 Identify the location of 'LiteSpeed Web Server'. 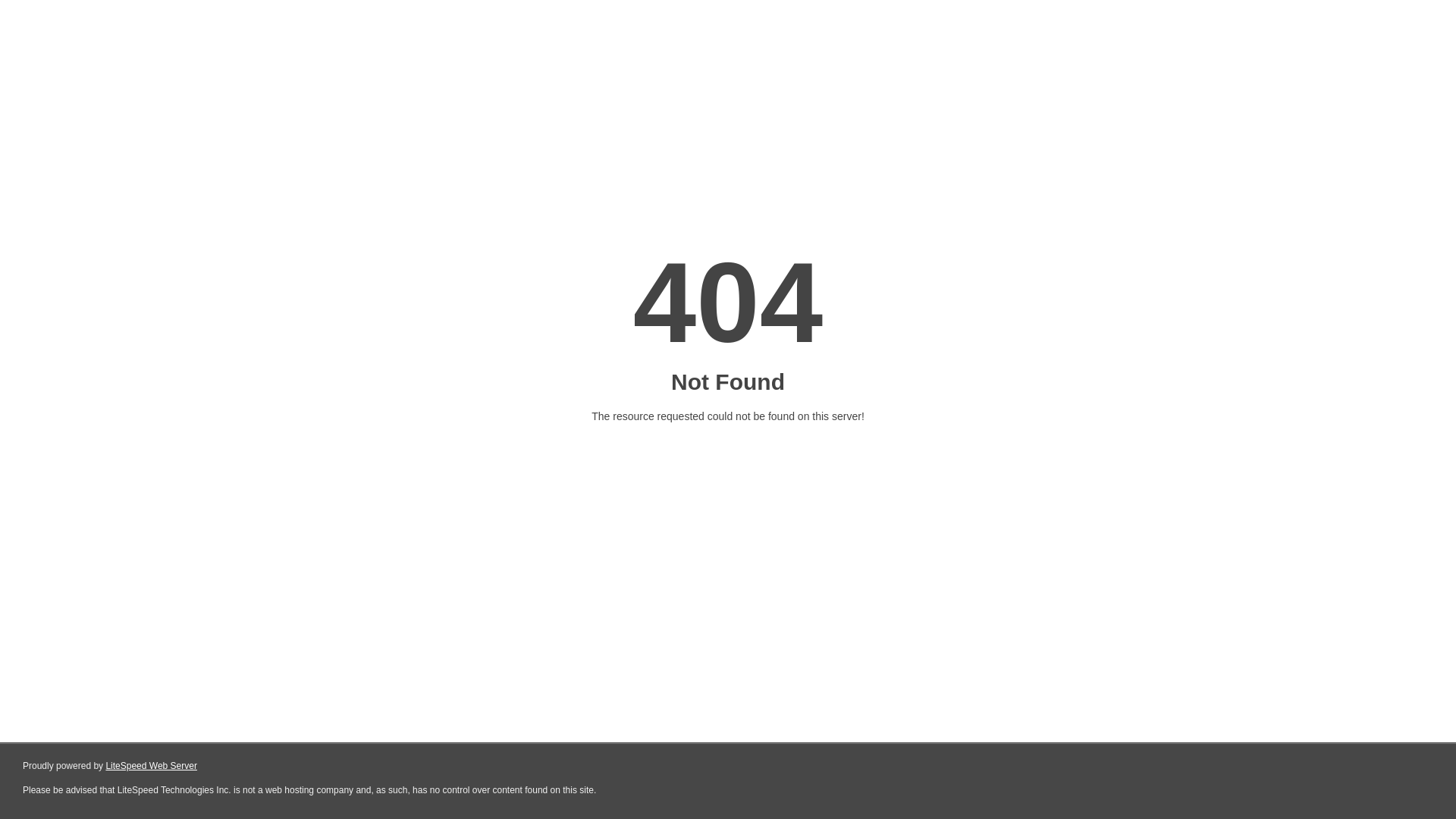
(151, 766).